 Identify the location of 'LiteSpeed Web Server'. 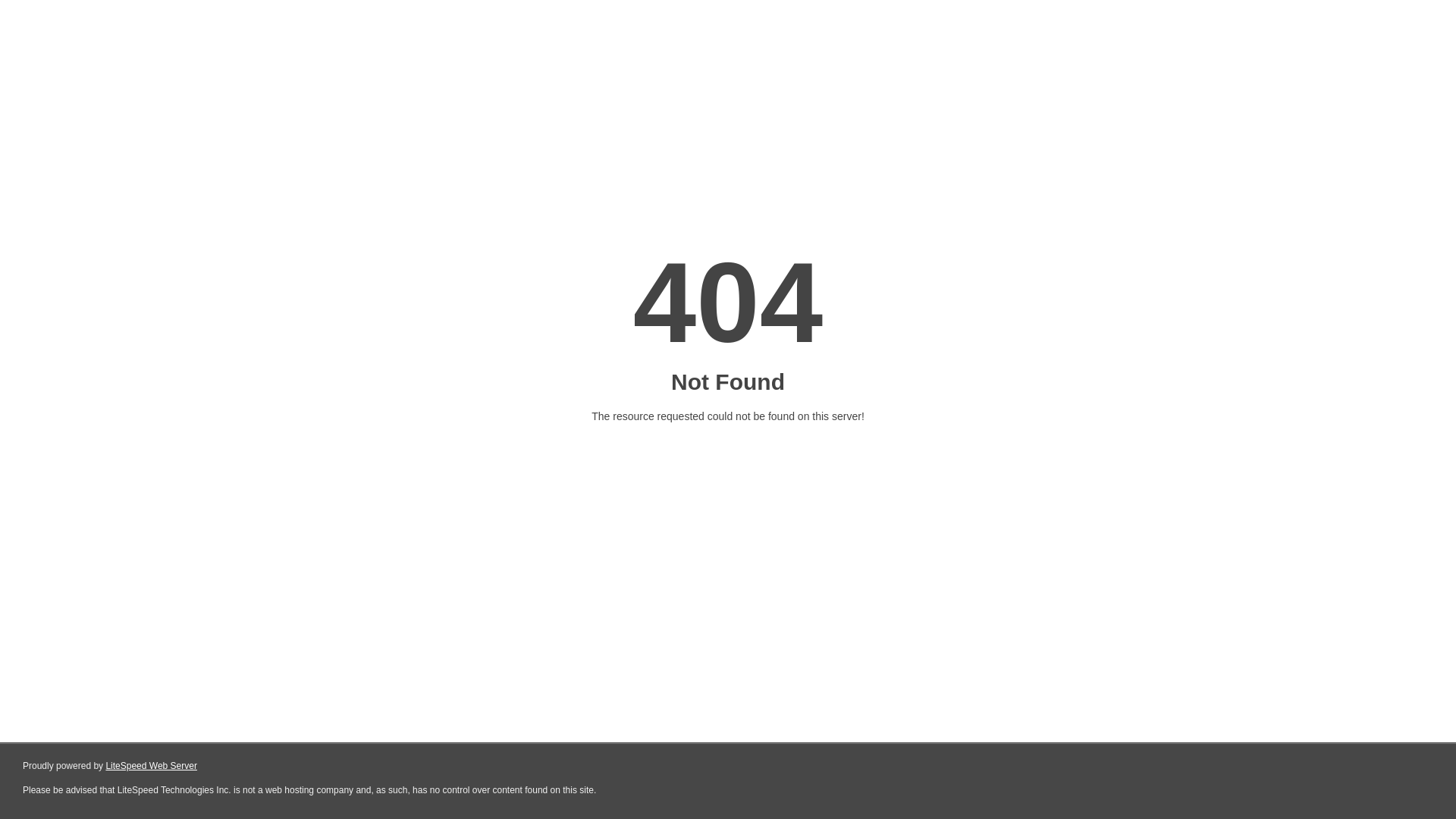
(151, 766).